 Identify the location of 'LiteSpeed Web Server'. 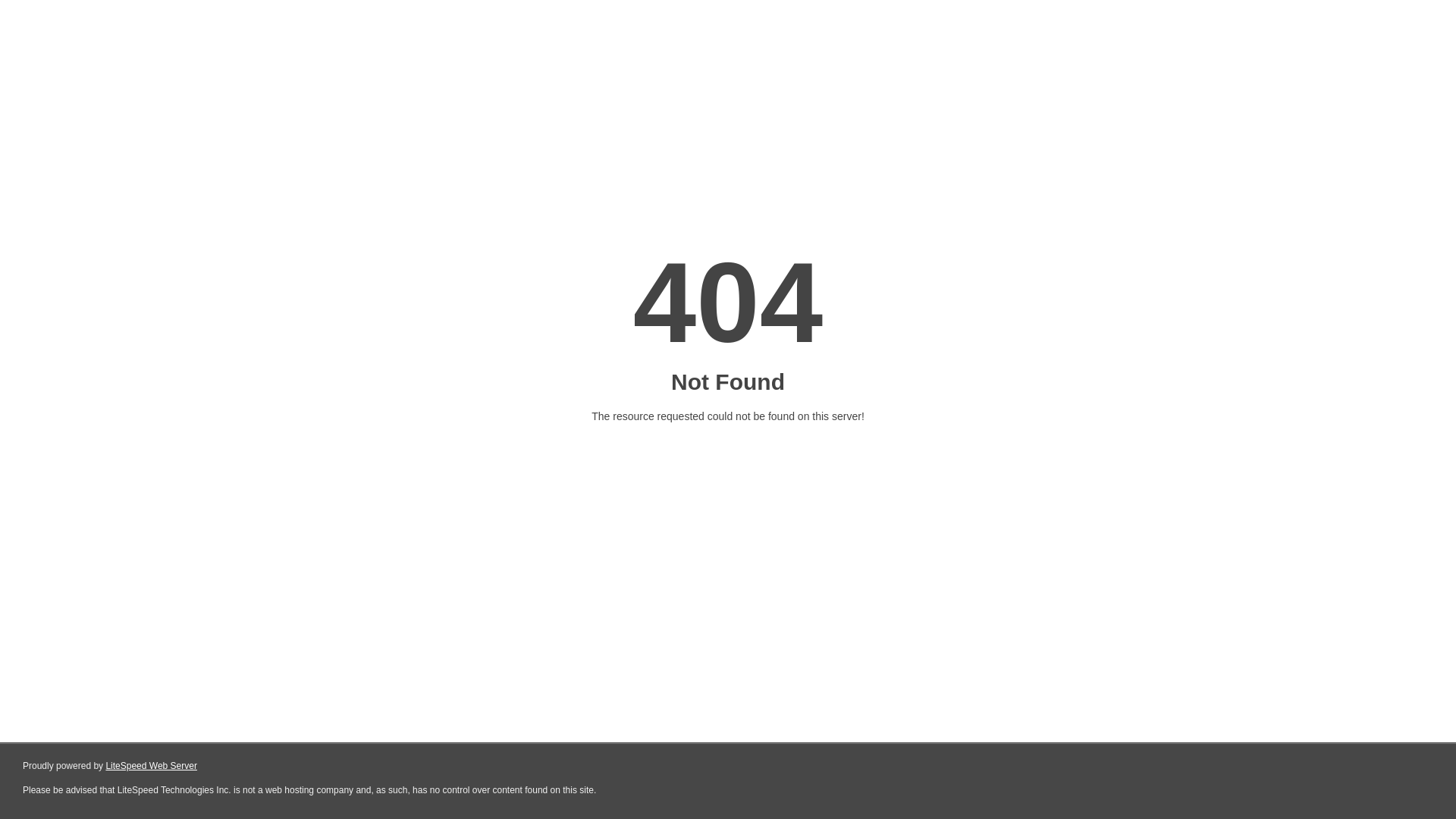
(151, 766).